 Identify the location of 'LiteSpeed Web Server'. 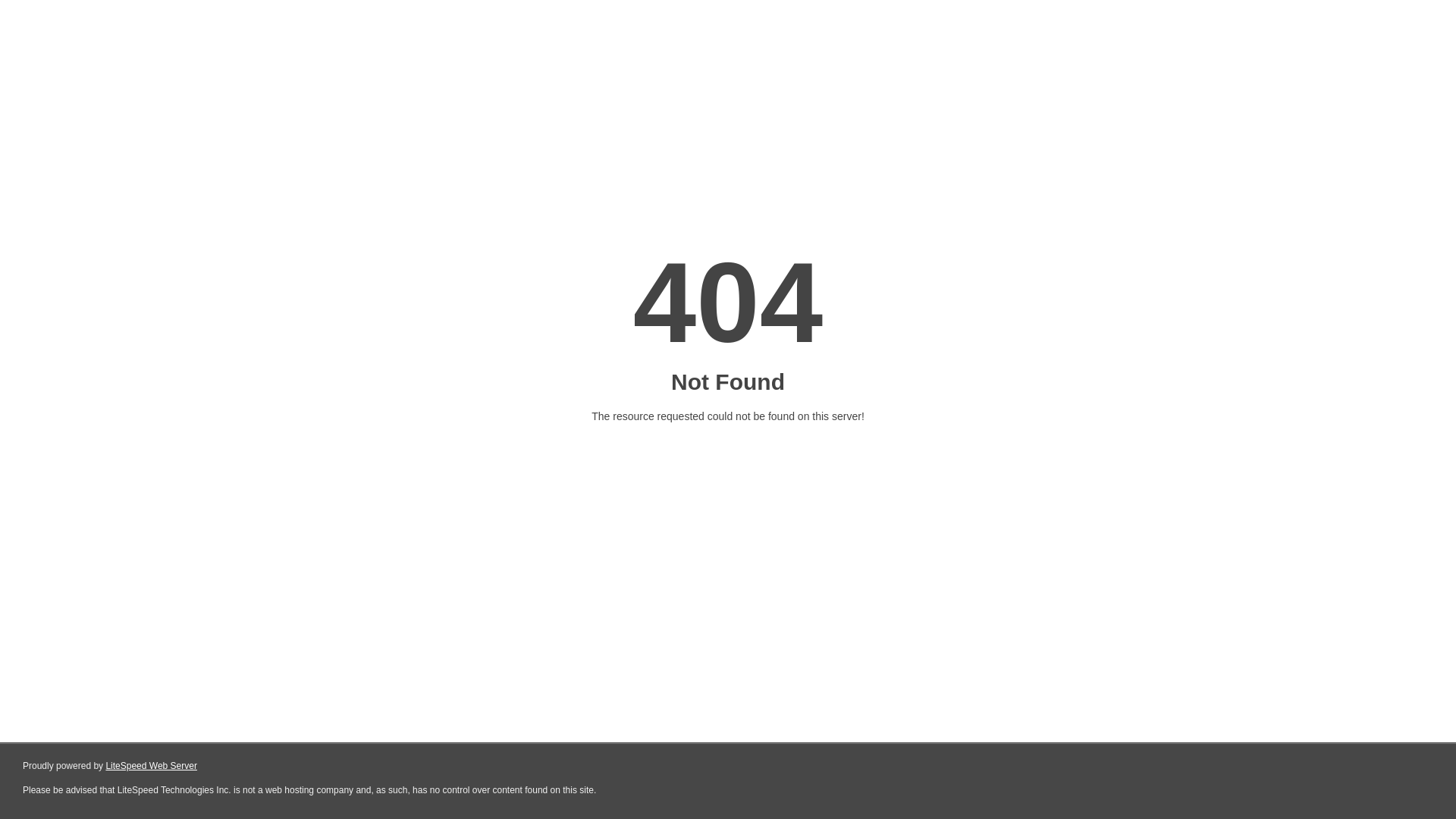
(151, 766).